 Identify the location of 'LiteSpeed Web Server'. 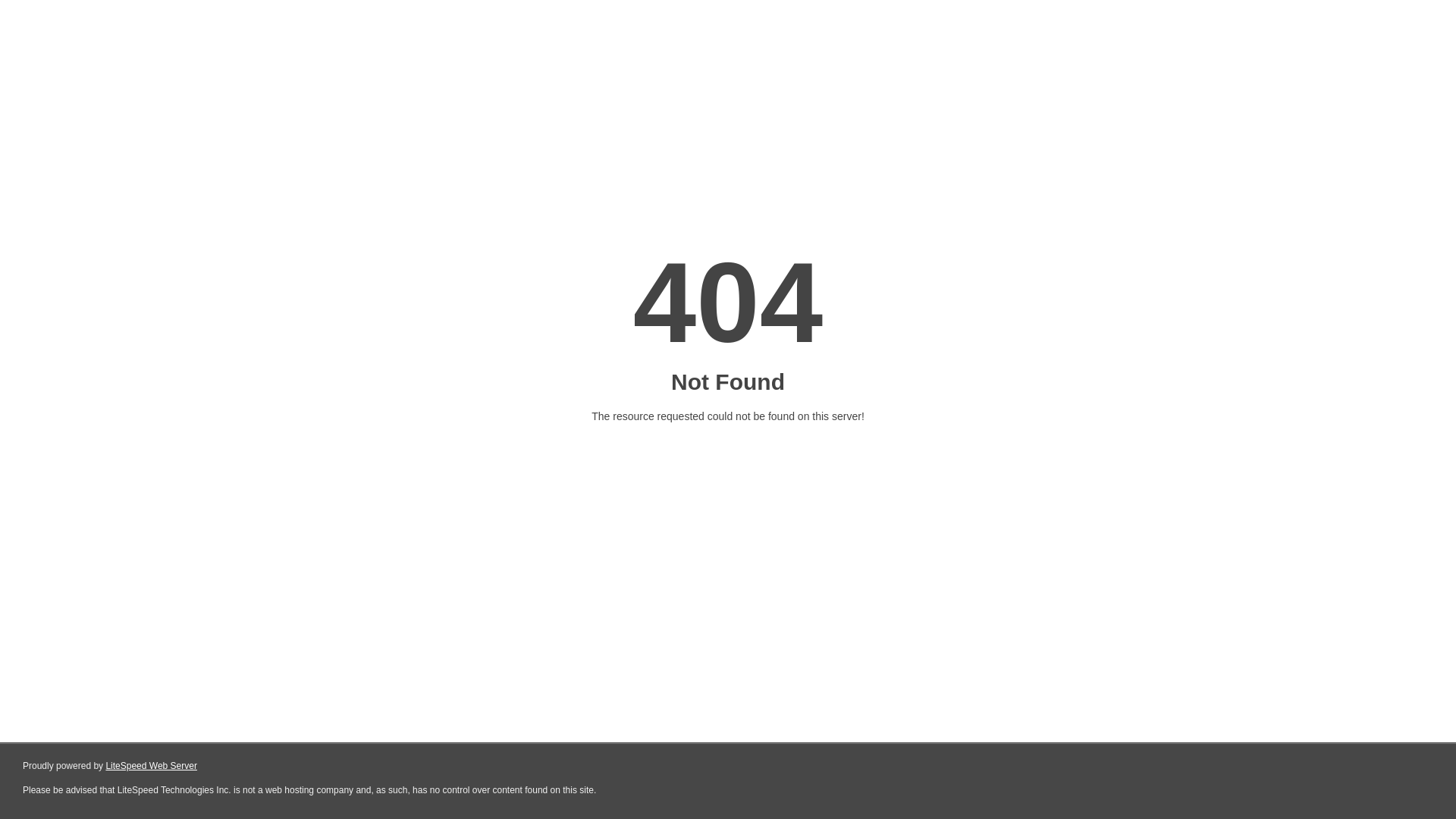
(151, 766).